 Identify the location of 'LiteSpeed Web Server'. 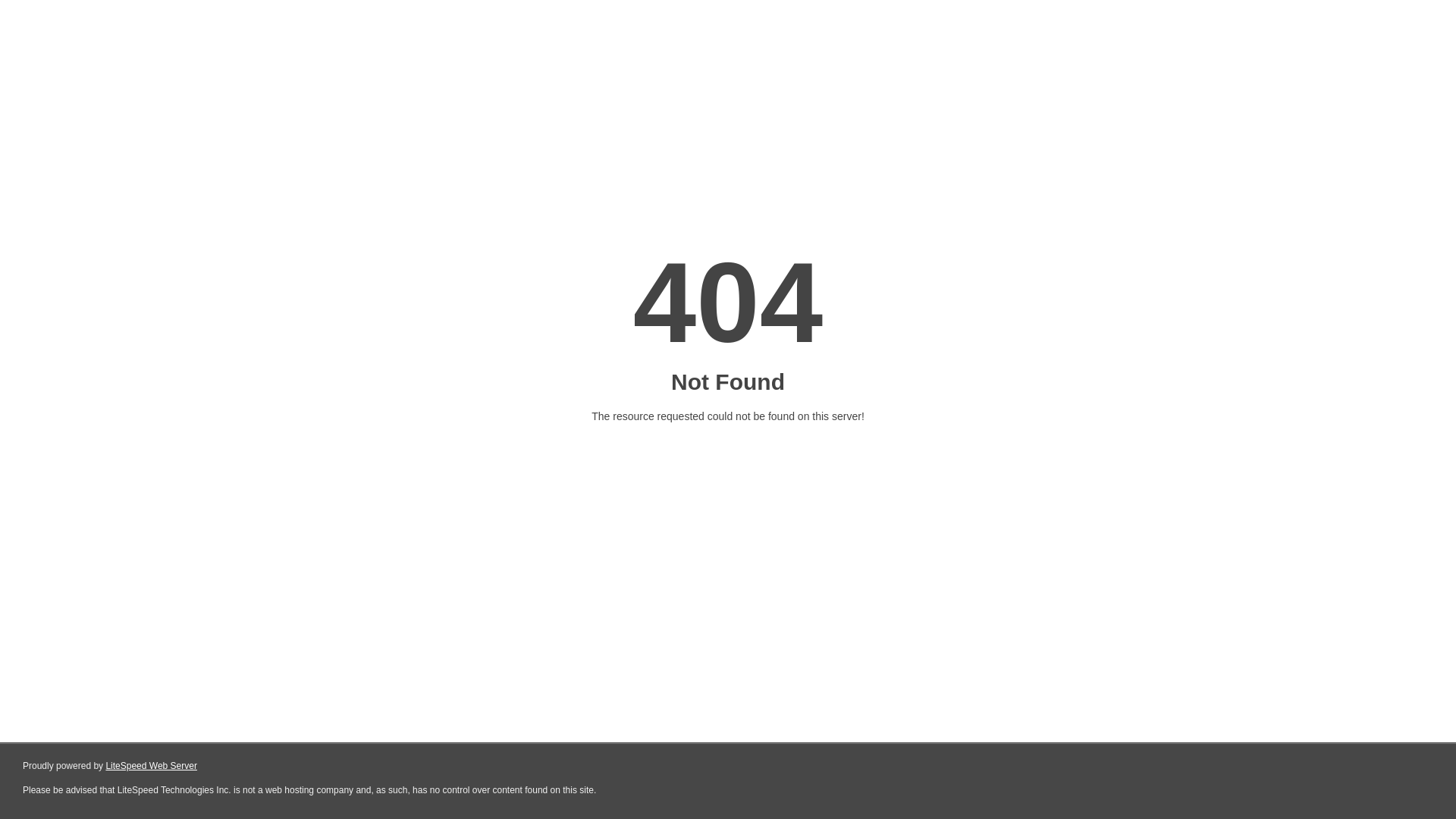
(151, 766).